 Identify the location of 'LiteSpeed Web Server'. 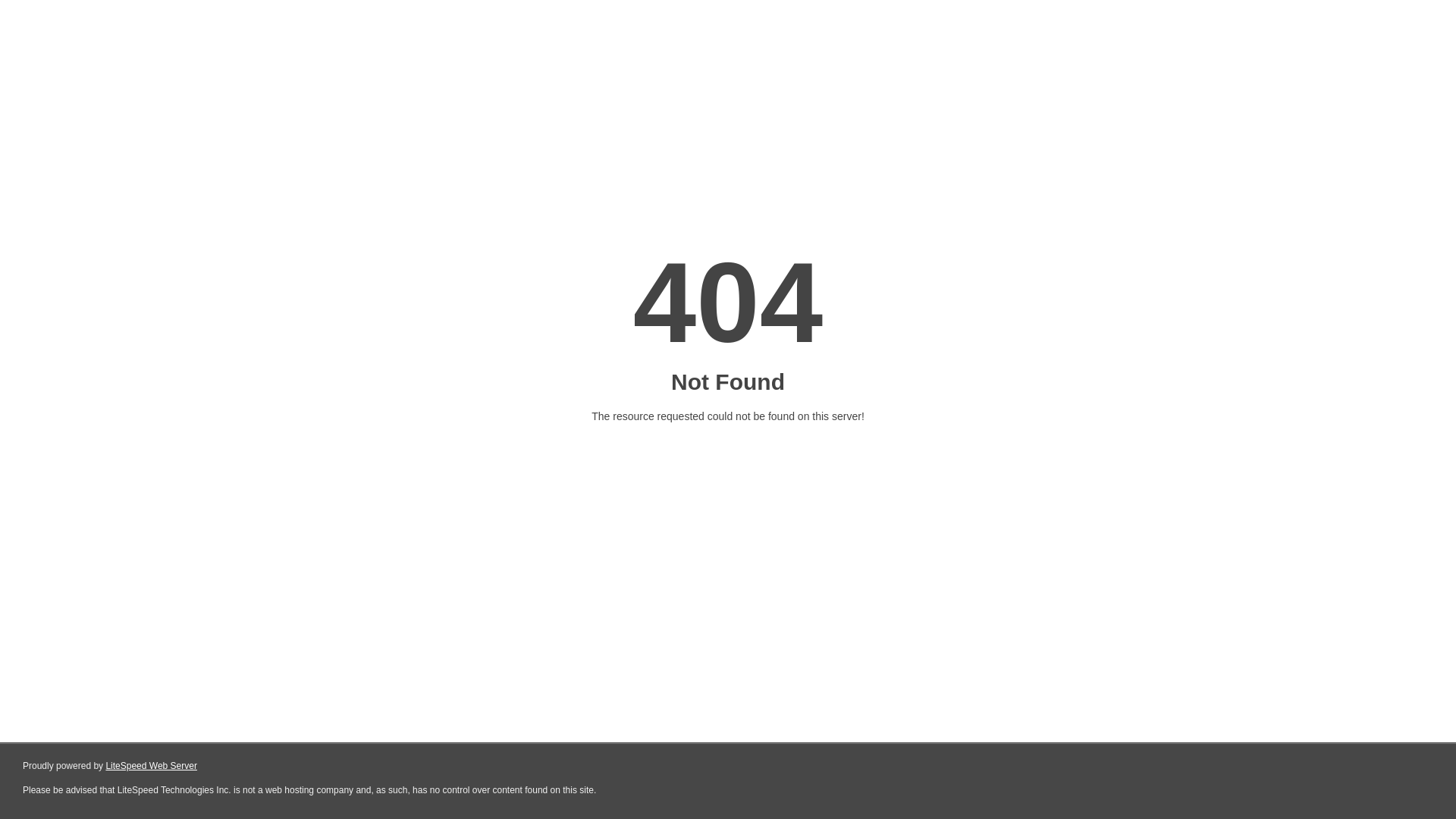
(151, 766).